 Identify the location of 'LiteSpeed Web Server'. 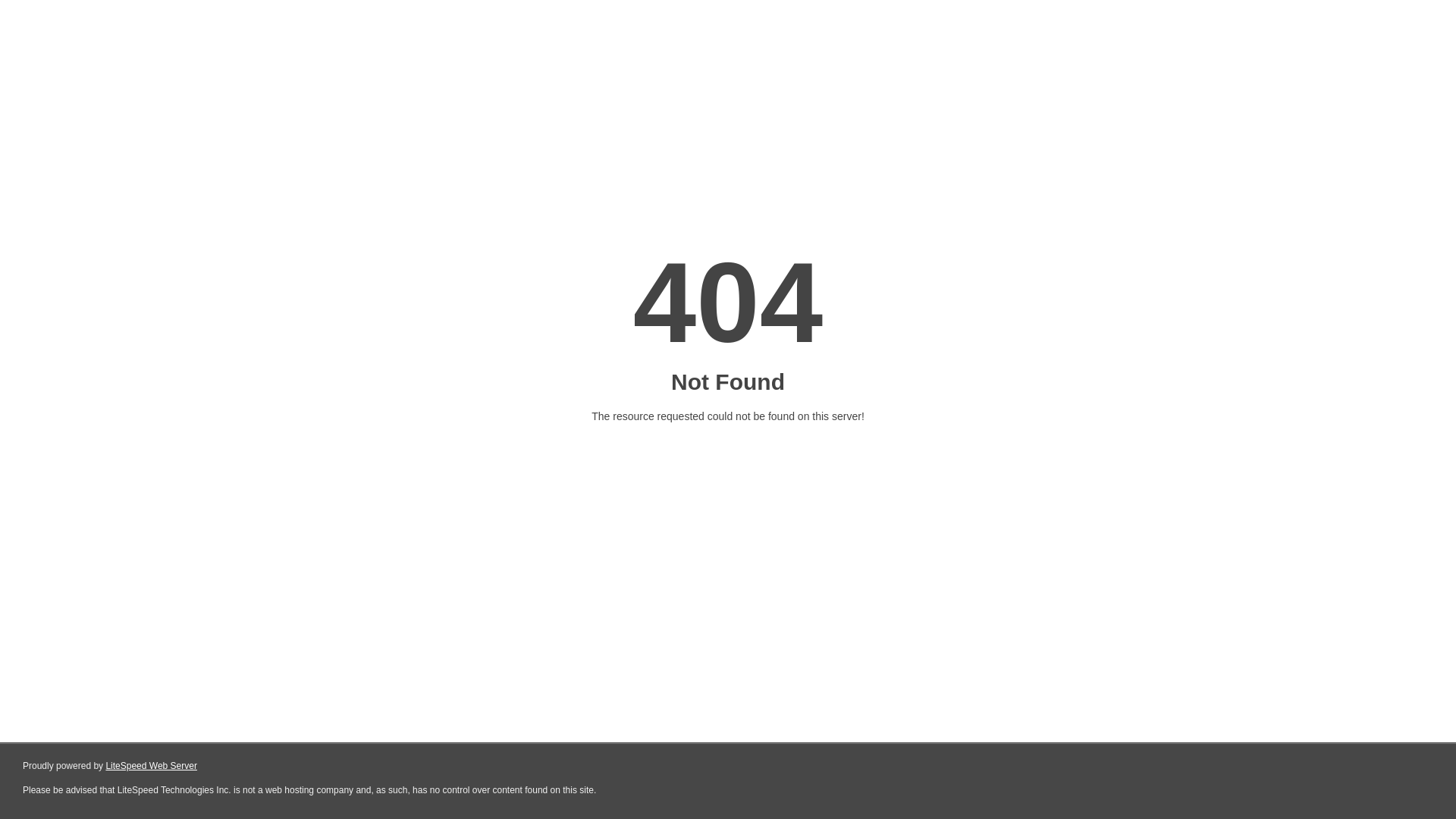
(151, 766).